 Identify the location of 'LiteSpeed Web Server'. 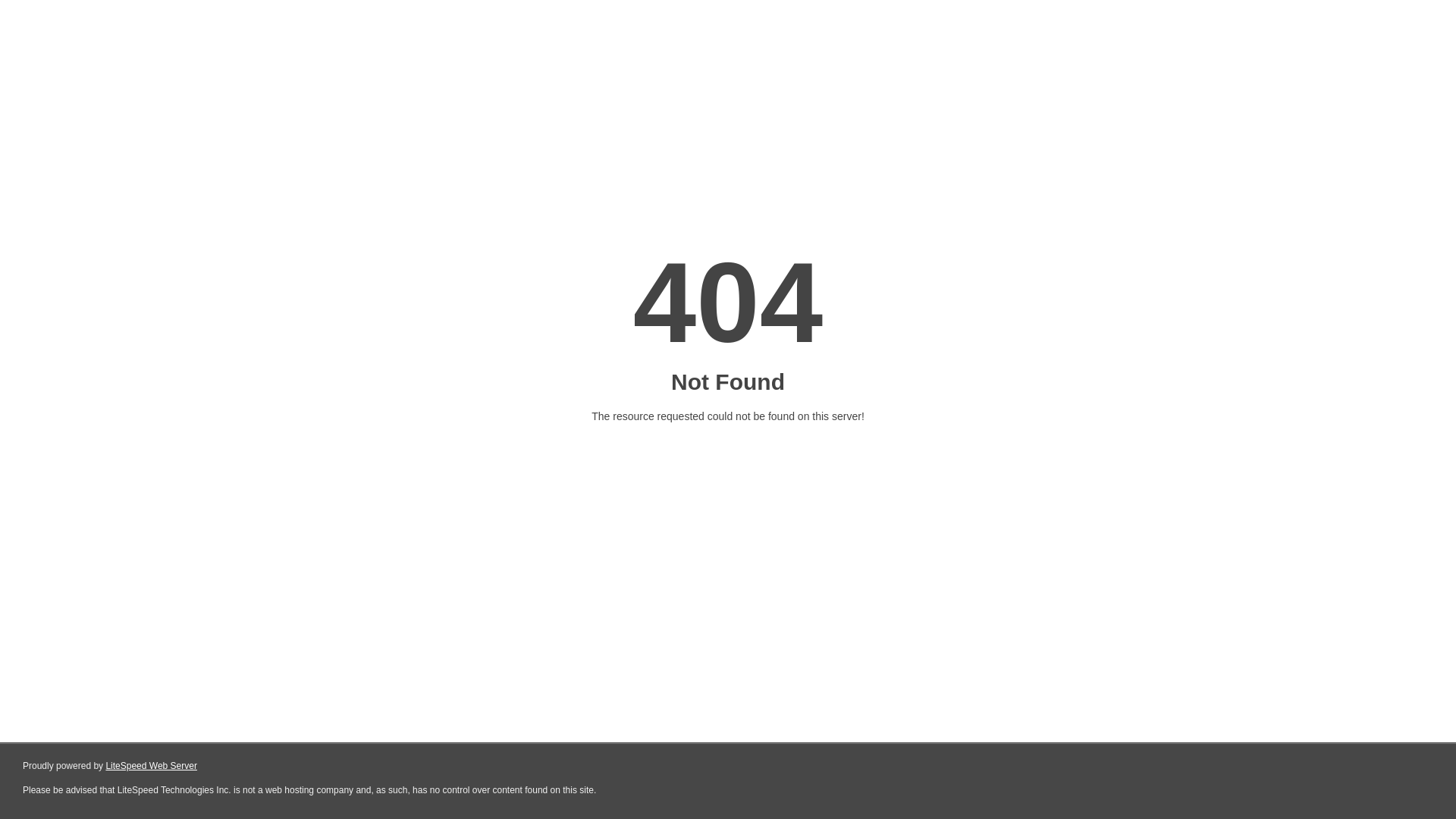
(151, 766).